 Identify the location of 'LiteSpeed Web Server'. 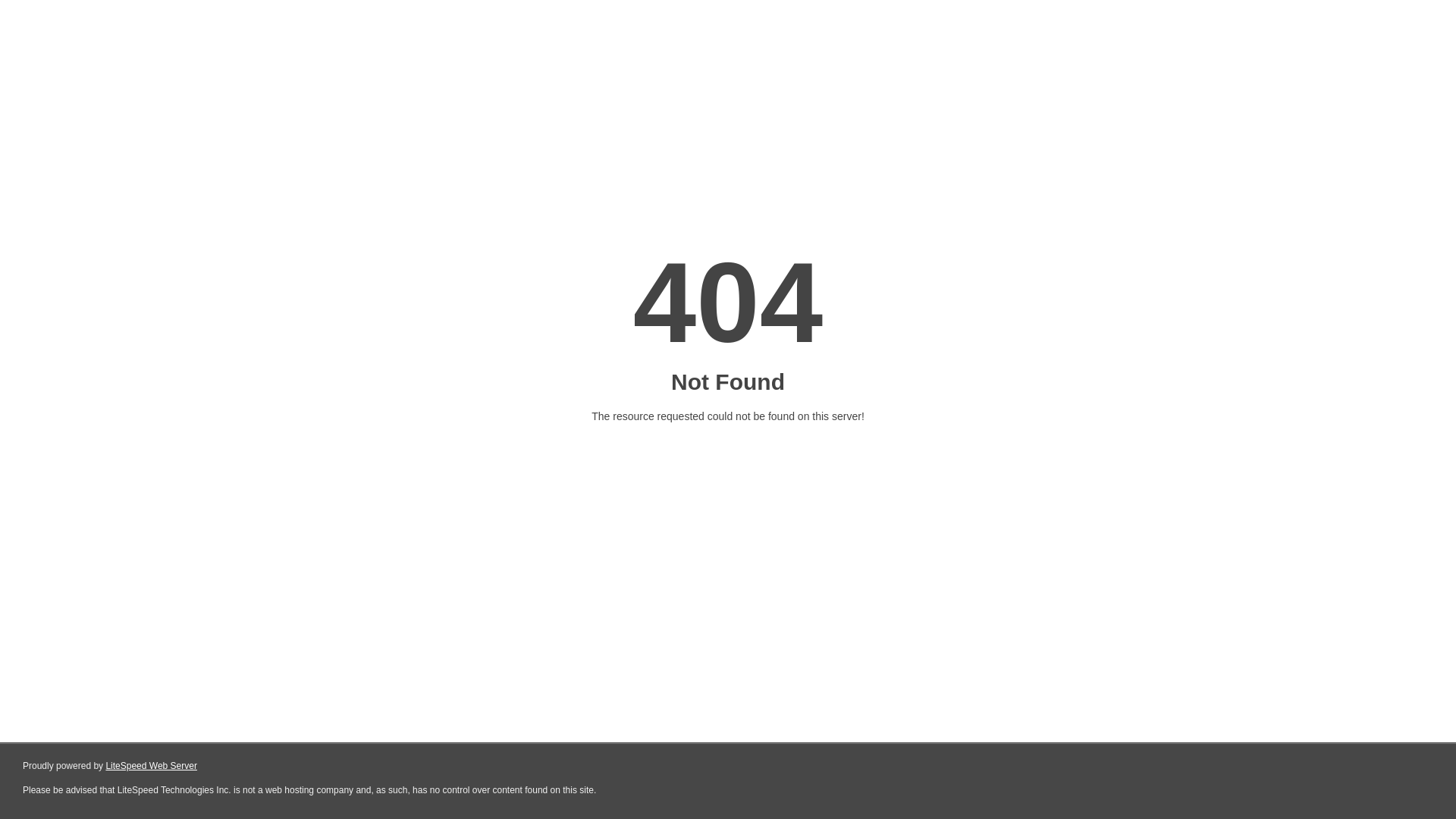
(151, 766).